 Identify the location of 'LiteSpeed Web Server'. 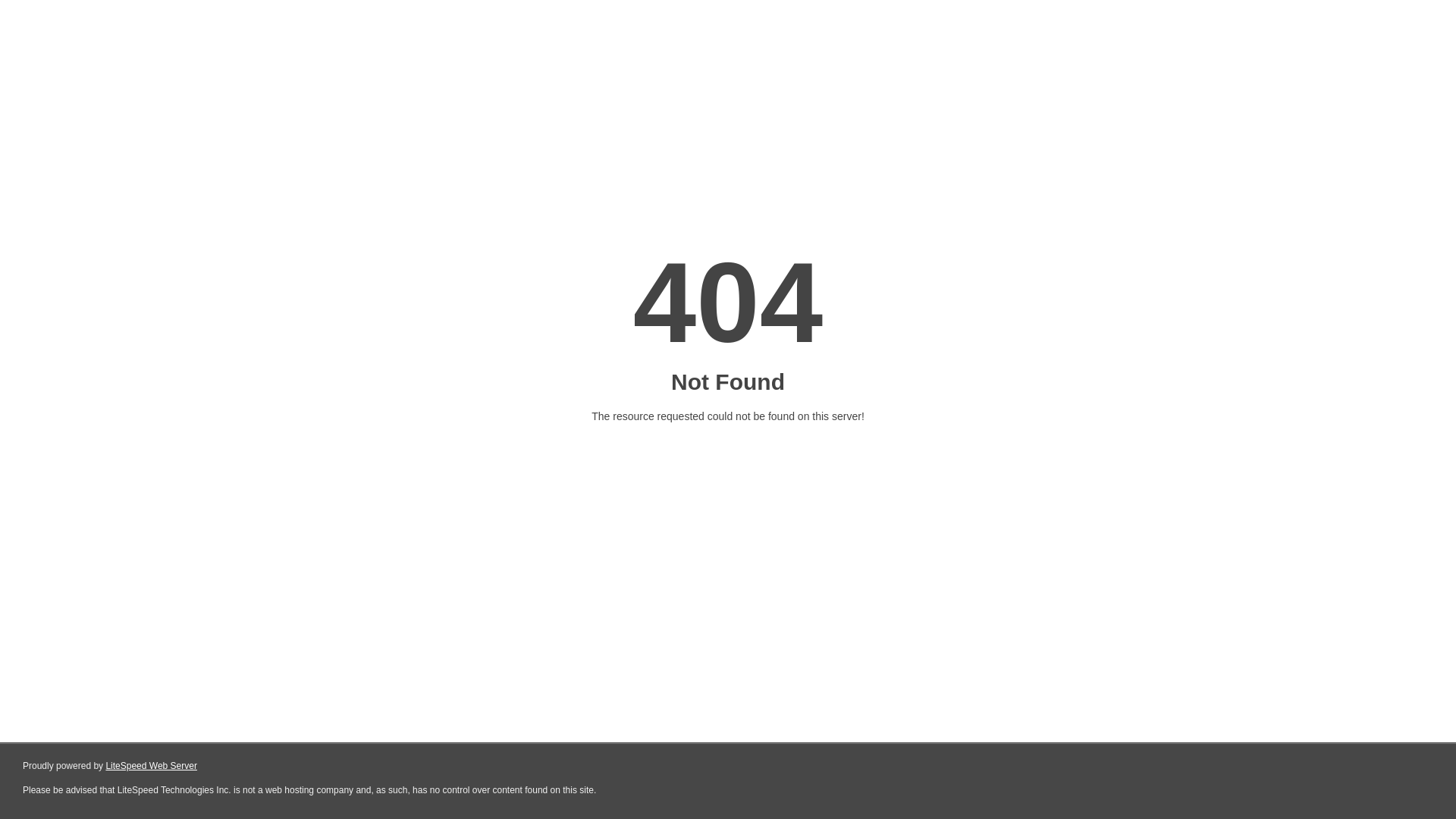
(151, 766).